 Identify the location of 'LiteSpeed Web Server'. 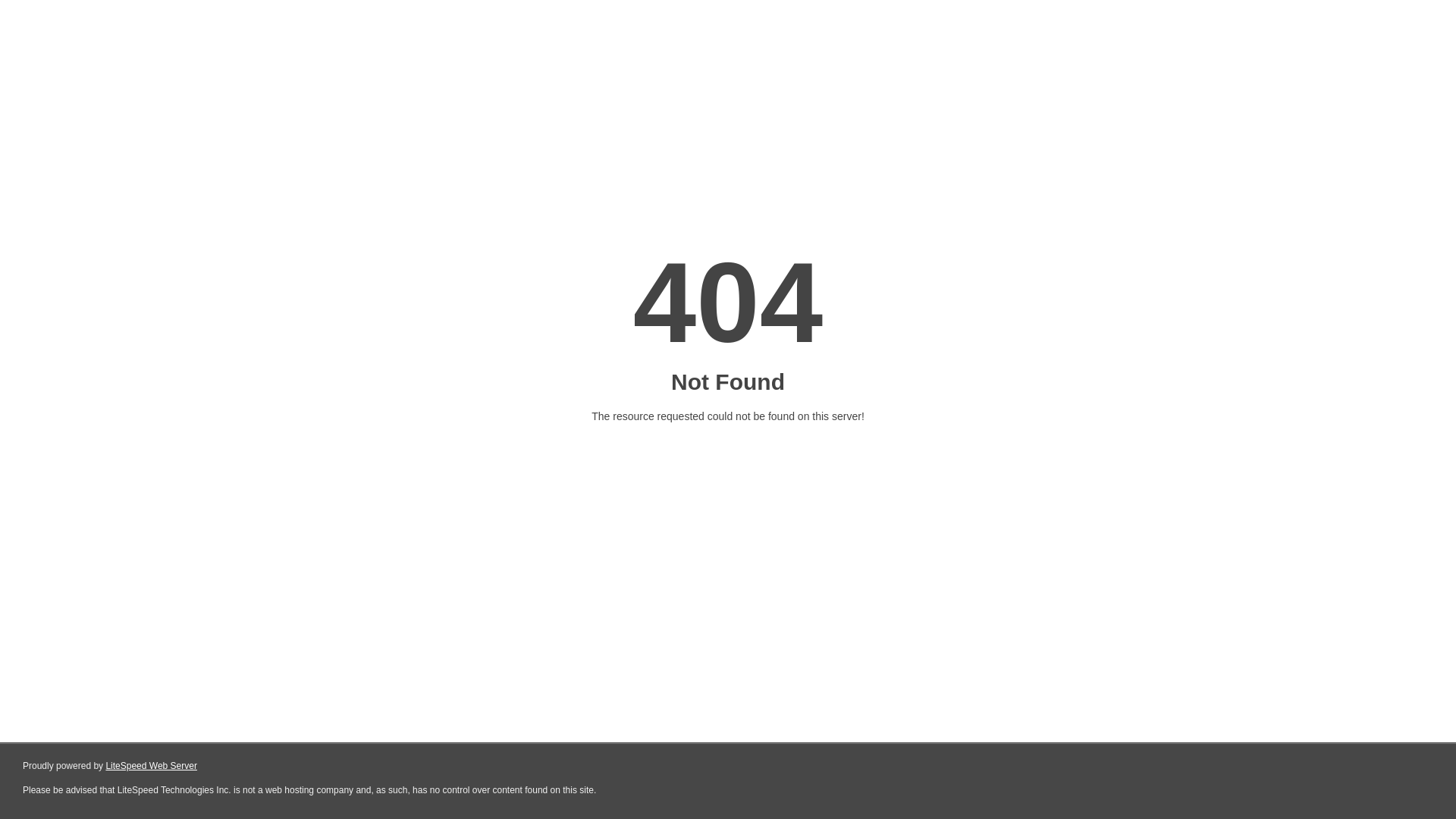
(151, 766).